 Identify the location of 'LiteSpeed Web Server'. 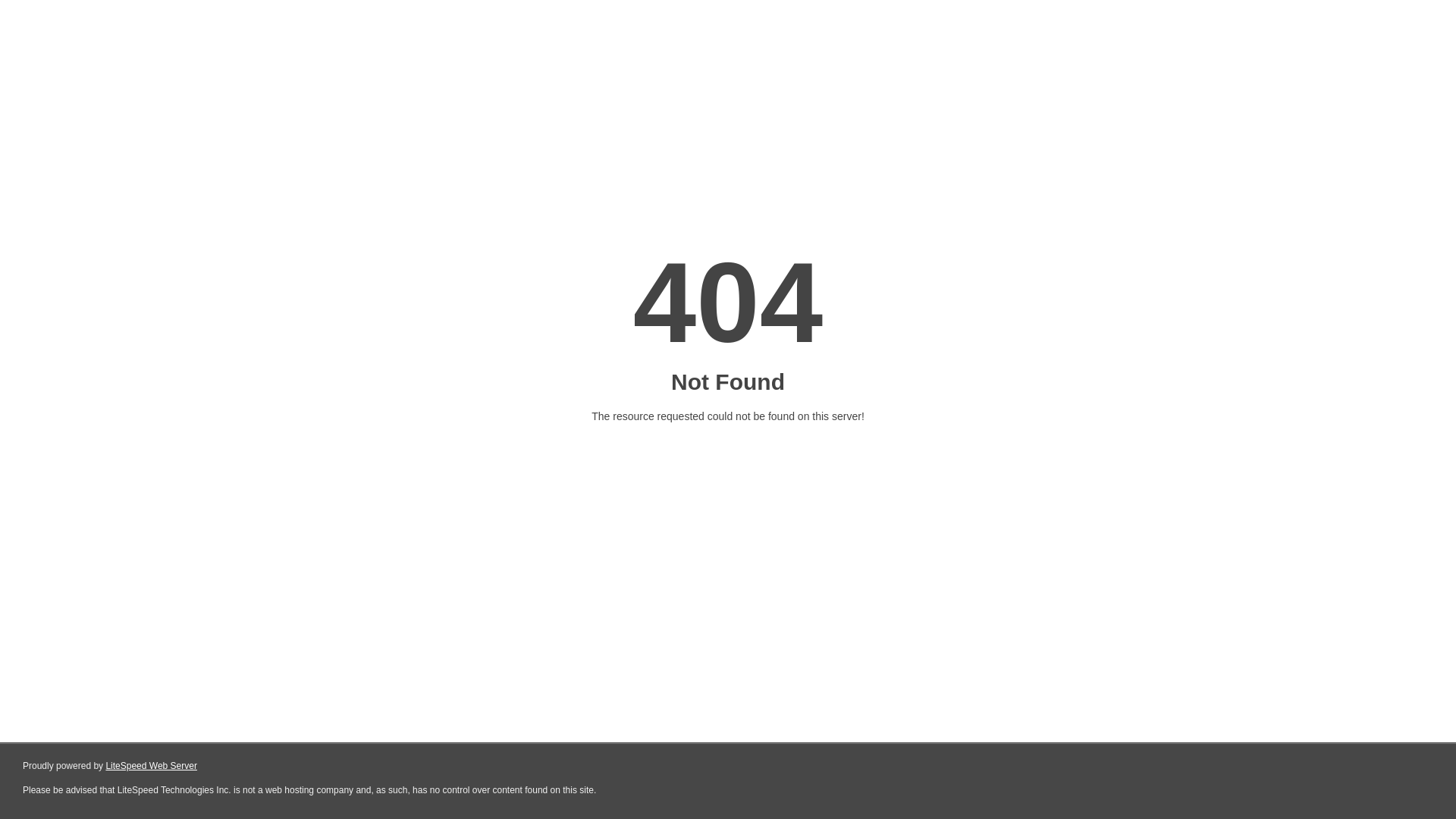
(151, 766).